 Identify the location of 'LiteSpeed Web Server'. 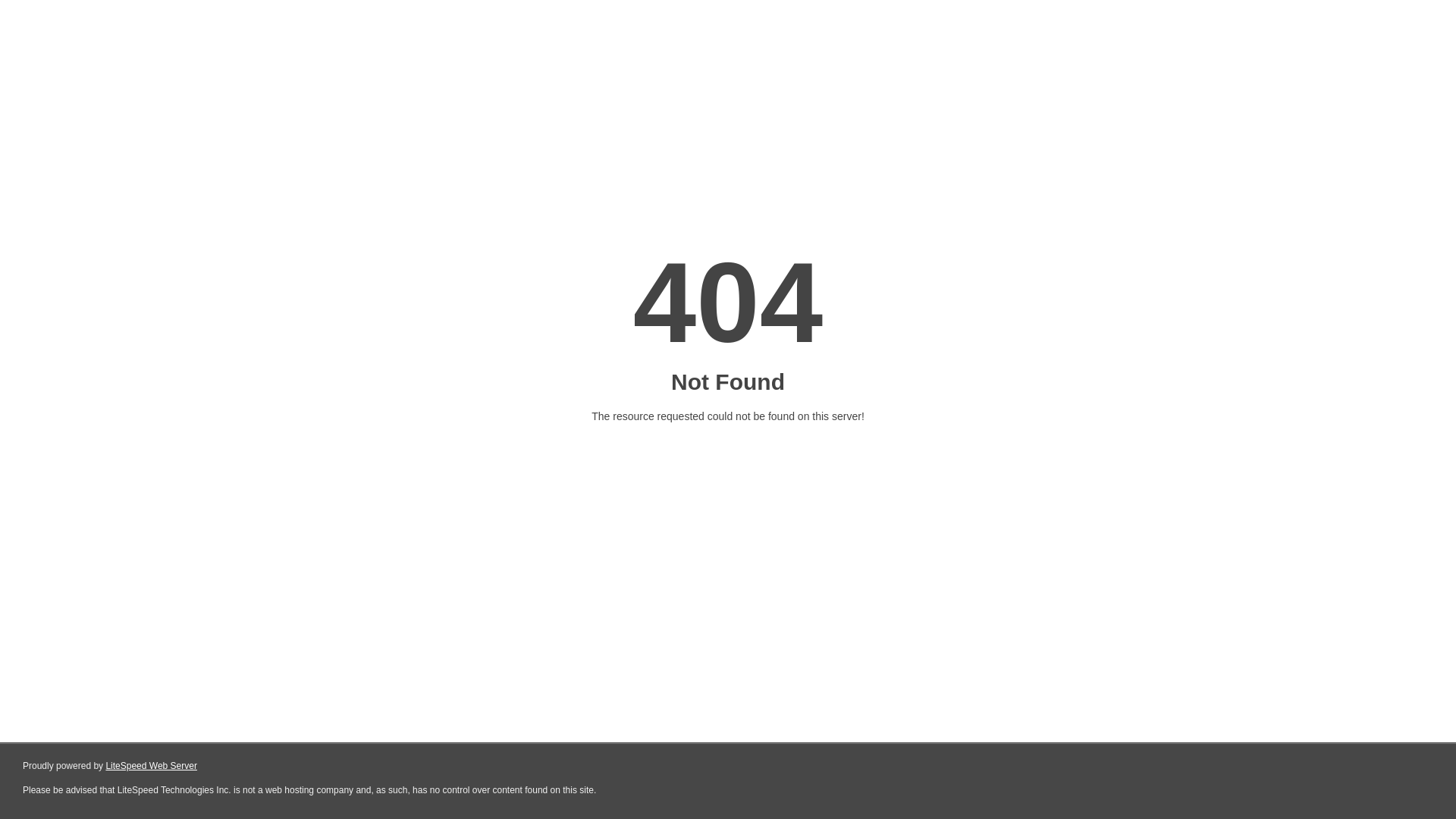
(151, 766).